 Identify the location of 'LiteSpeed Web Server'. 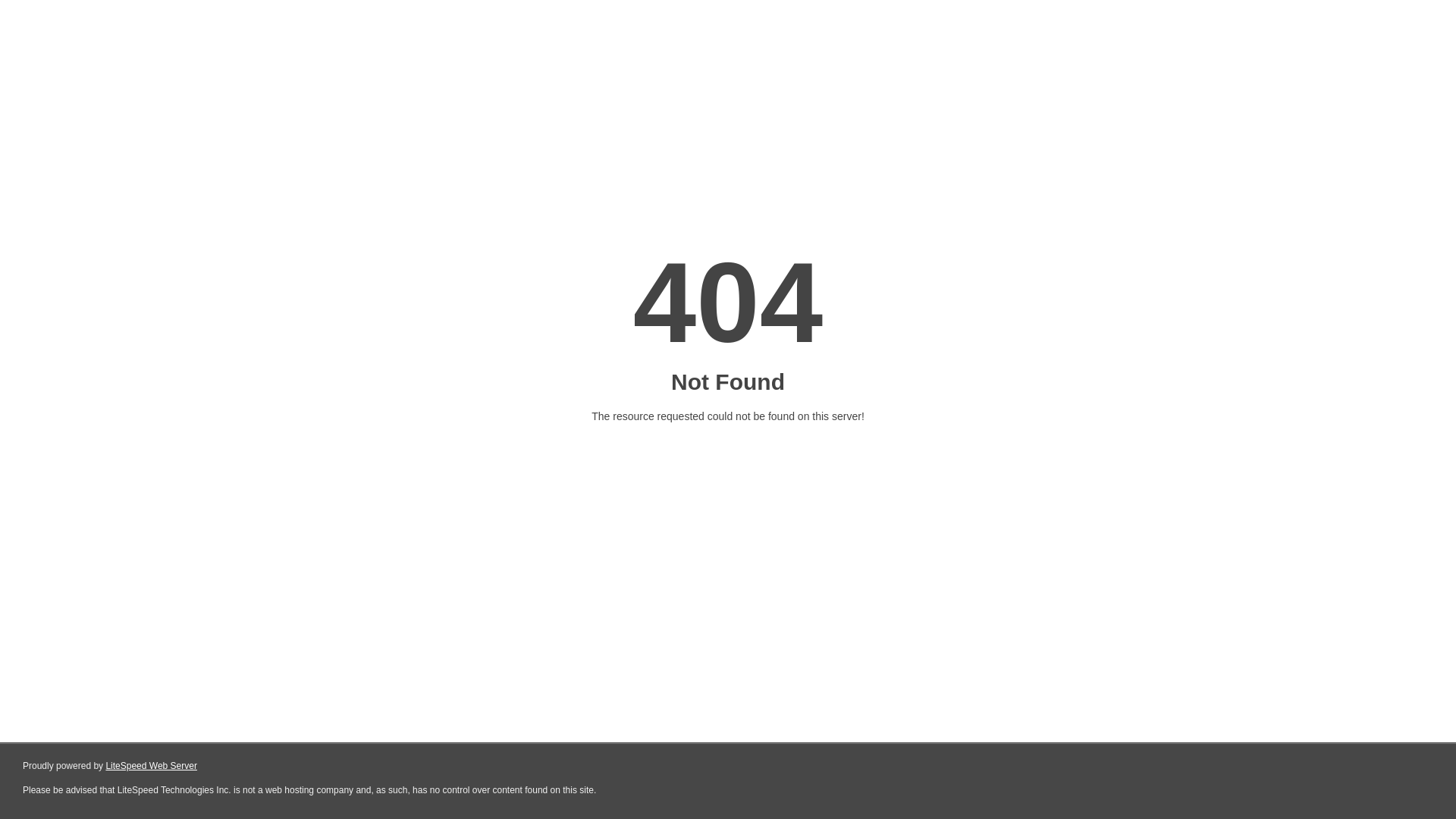
(151, 766).